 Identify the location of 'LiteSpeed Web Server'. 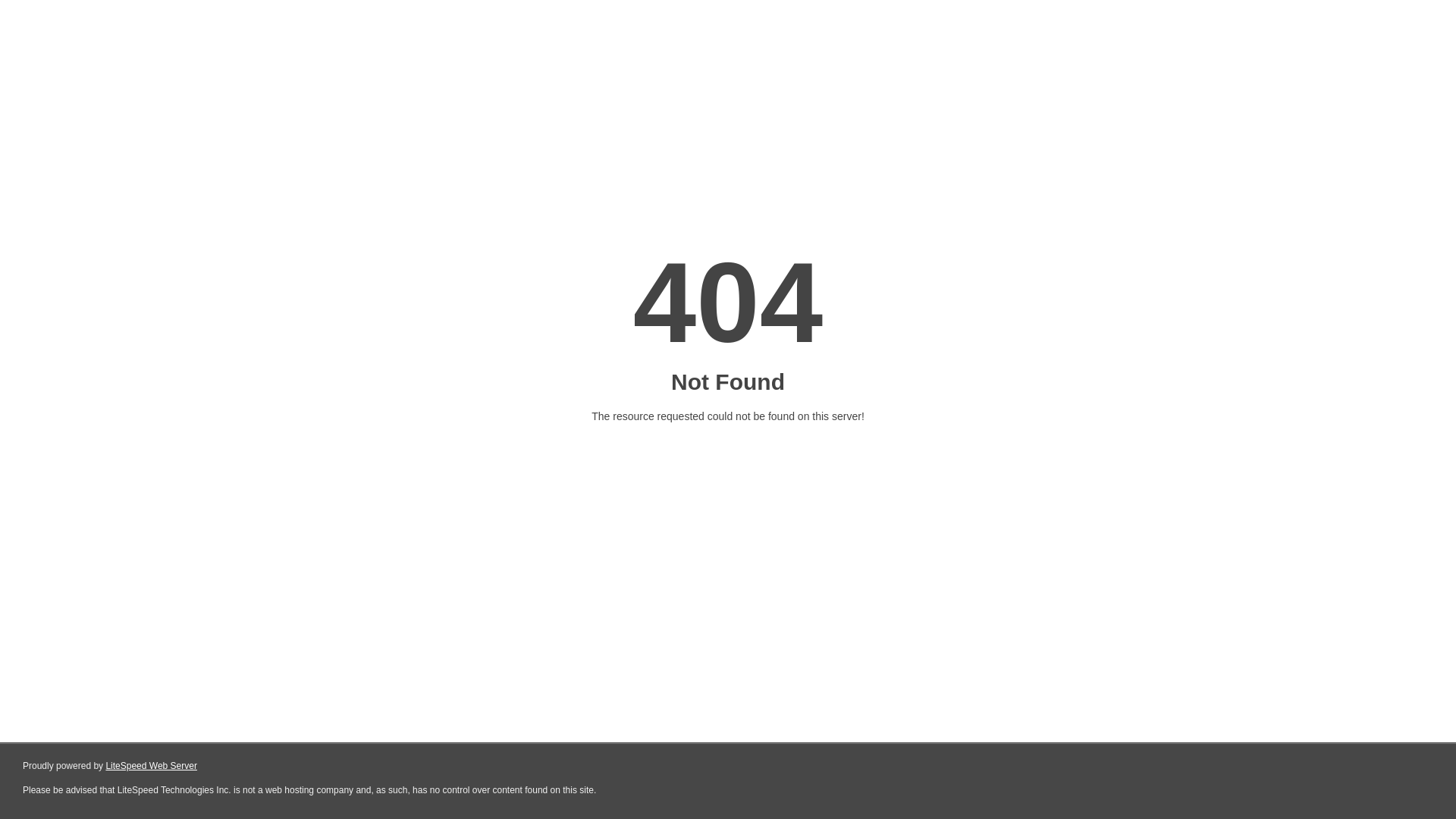
(151, 766).